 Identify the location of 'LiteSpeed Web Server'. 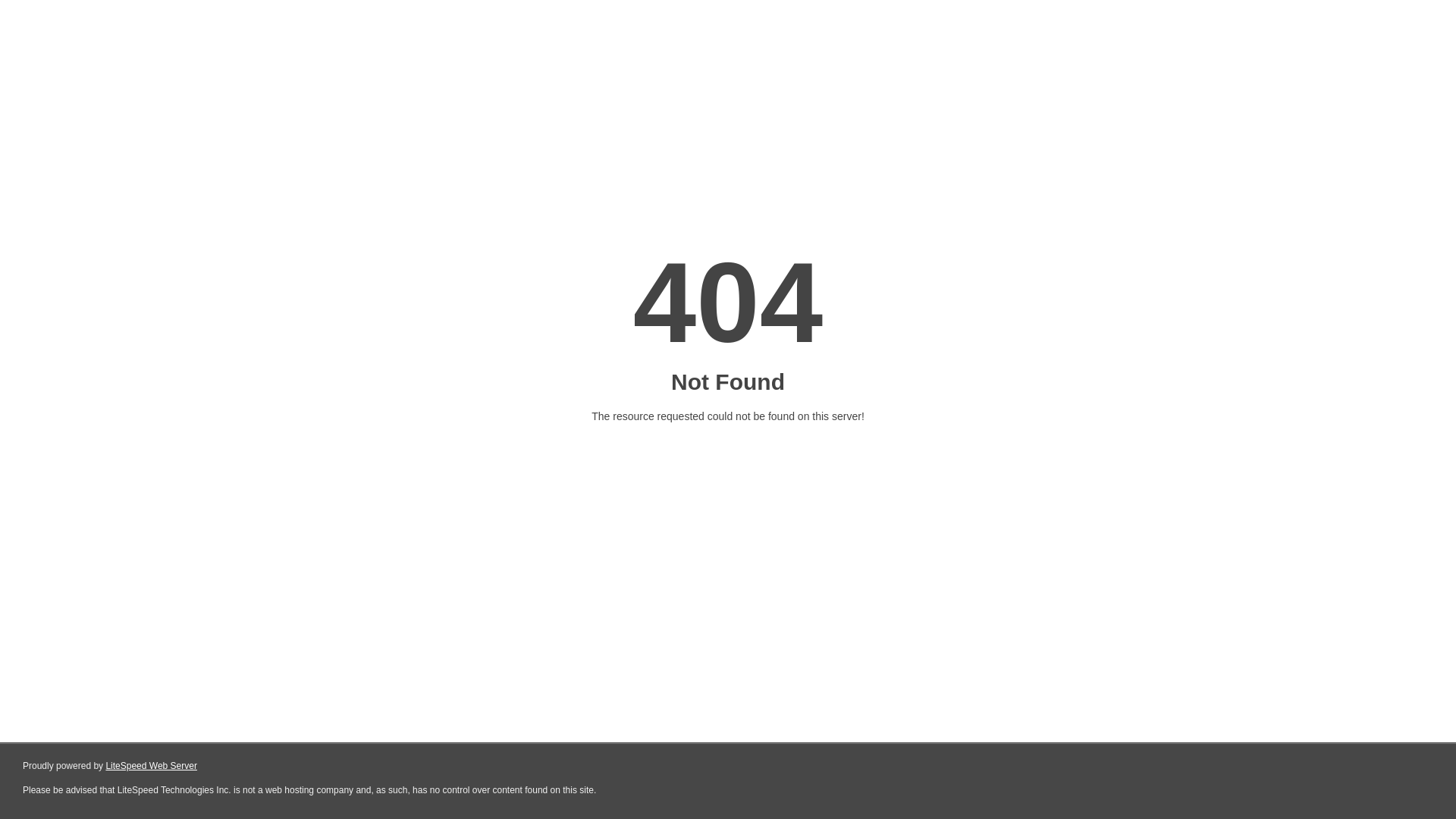
(151, 766).